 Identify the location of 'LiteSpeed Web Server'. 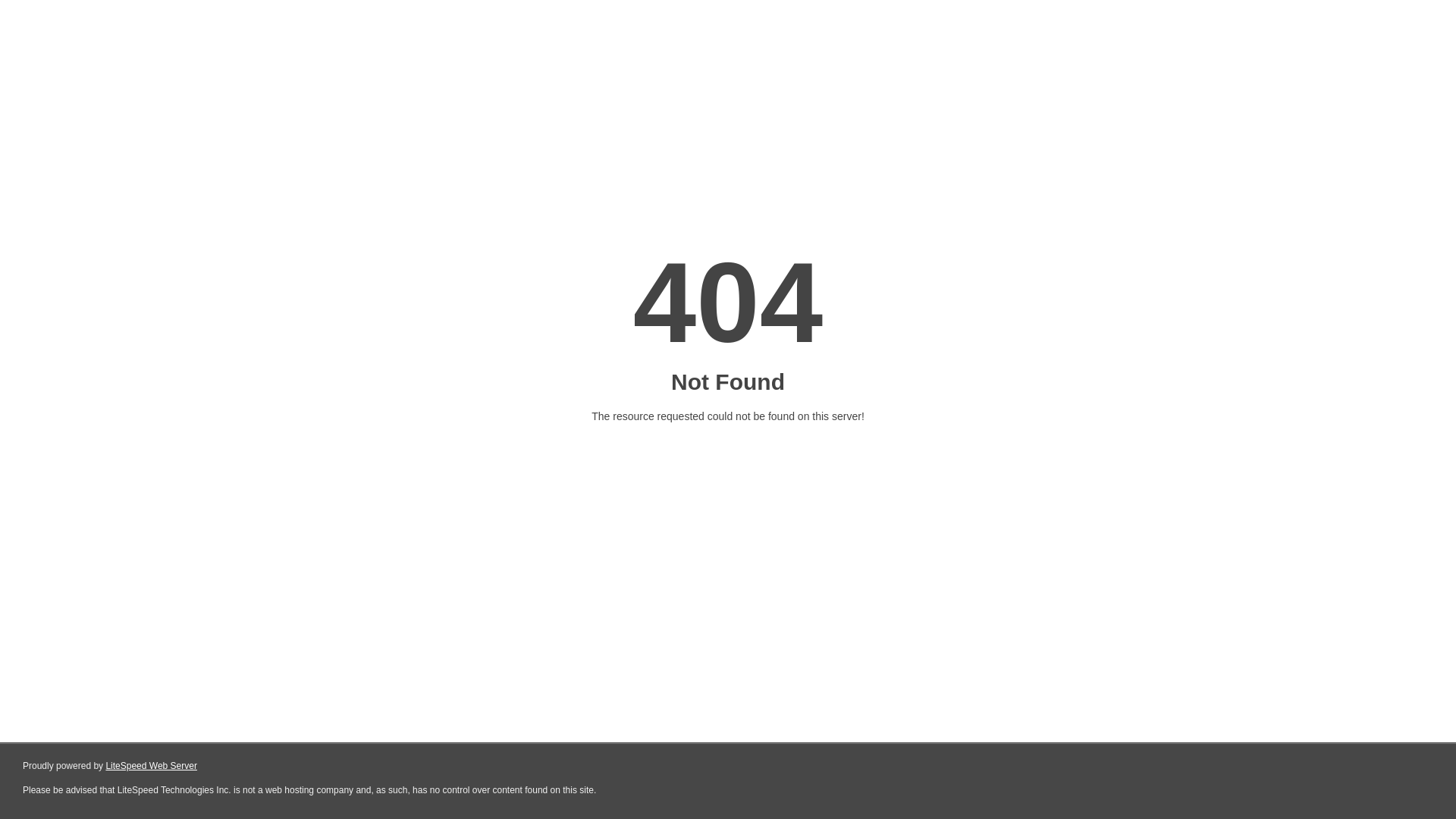
(151, 766).